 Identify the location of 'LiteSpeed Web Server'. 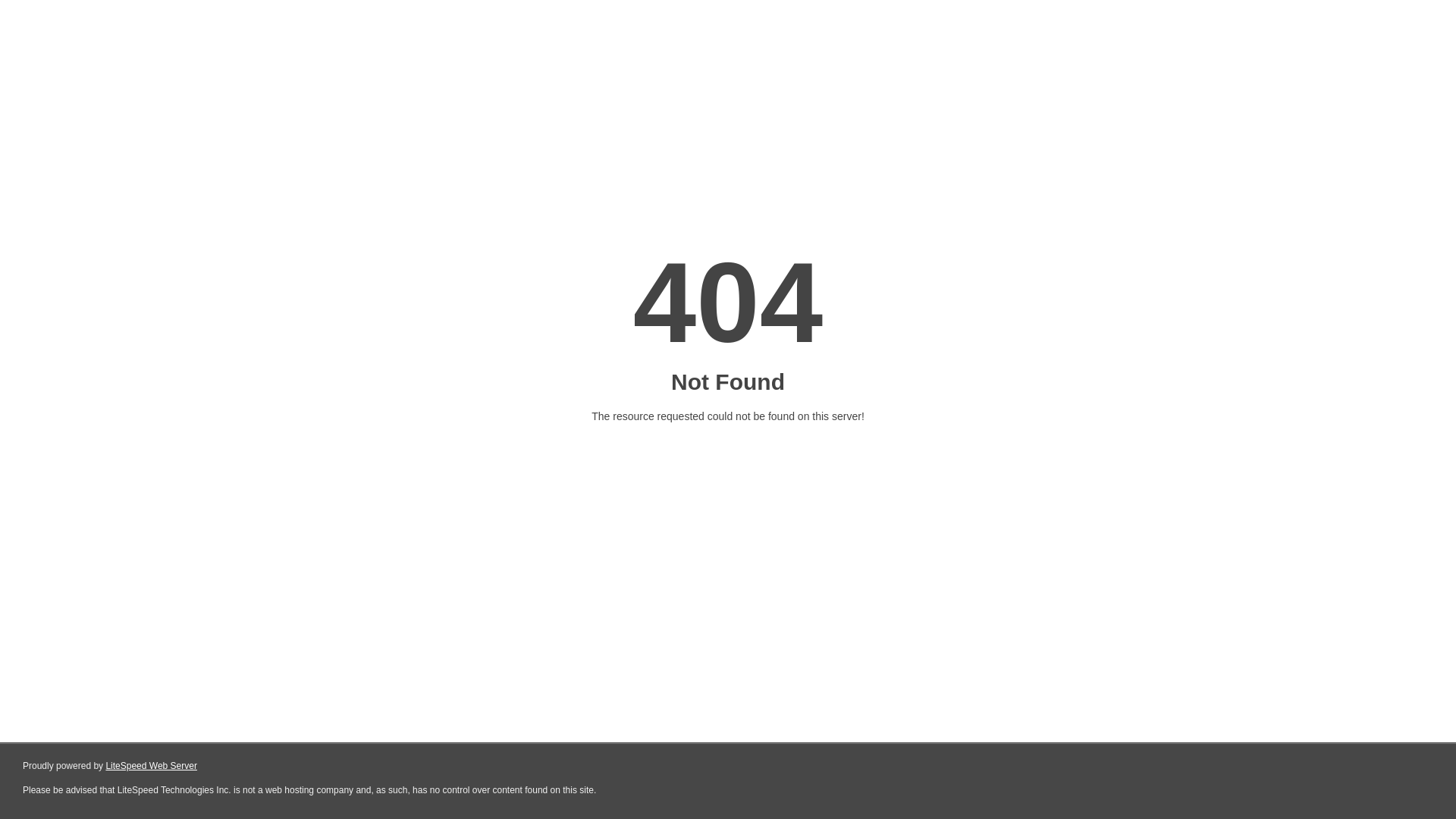
(151, 766).